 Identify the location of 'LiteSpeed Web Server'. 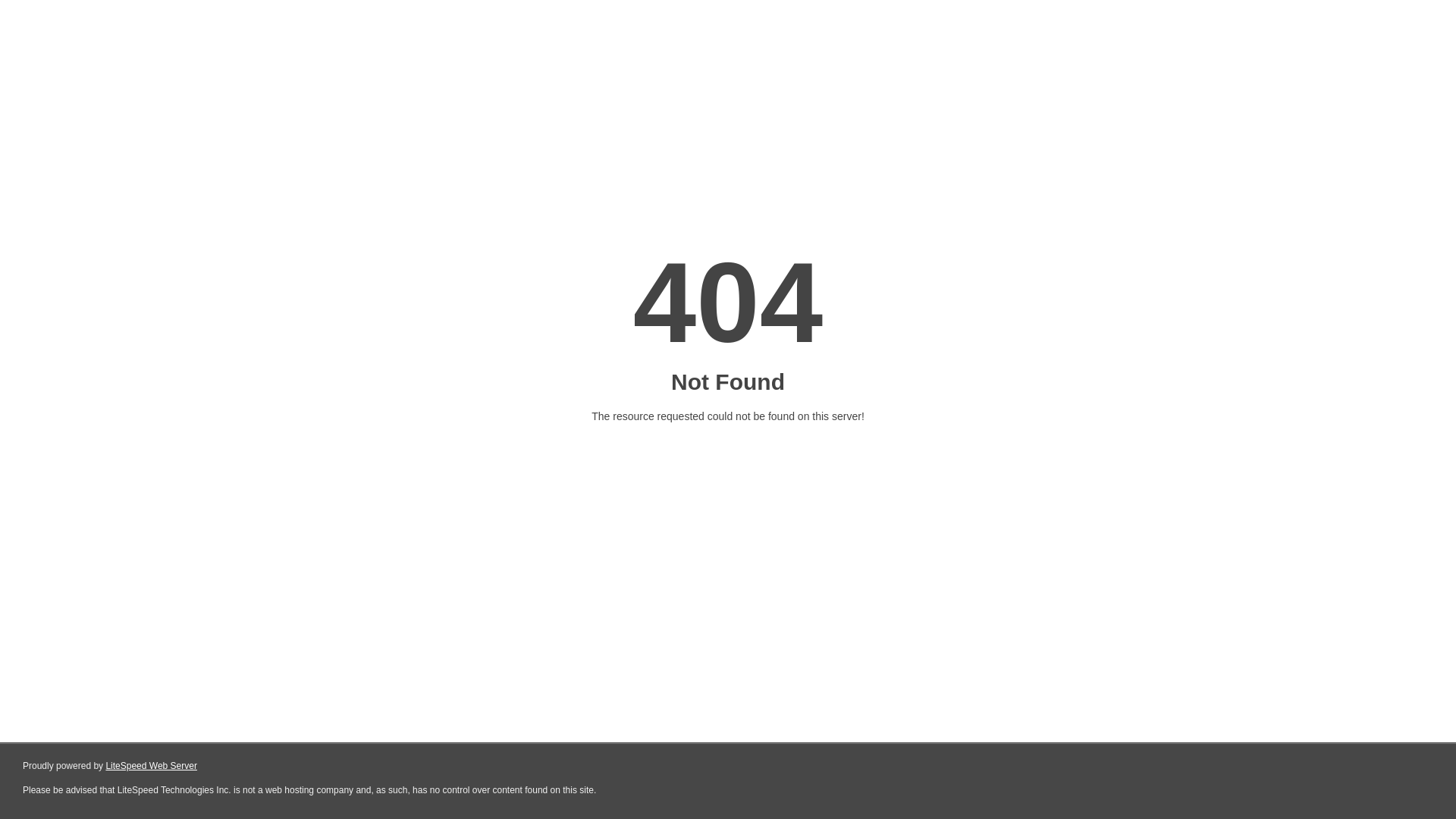
(151, 766).